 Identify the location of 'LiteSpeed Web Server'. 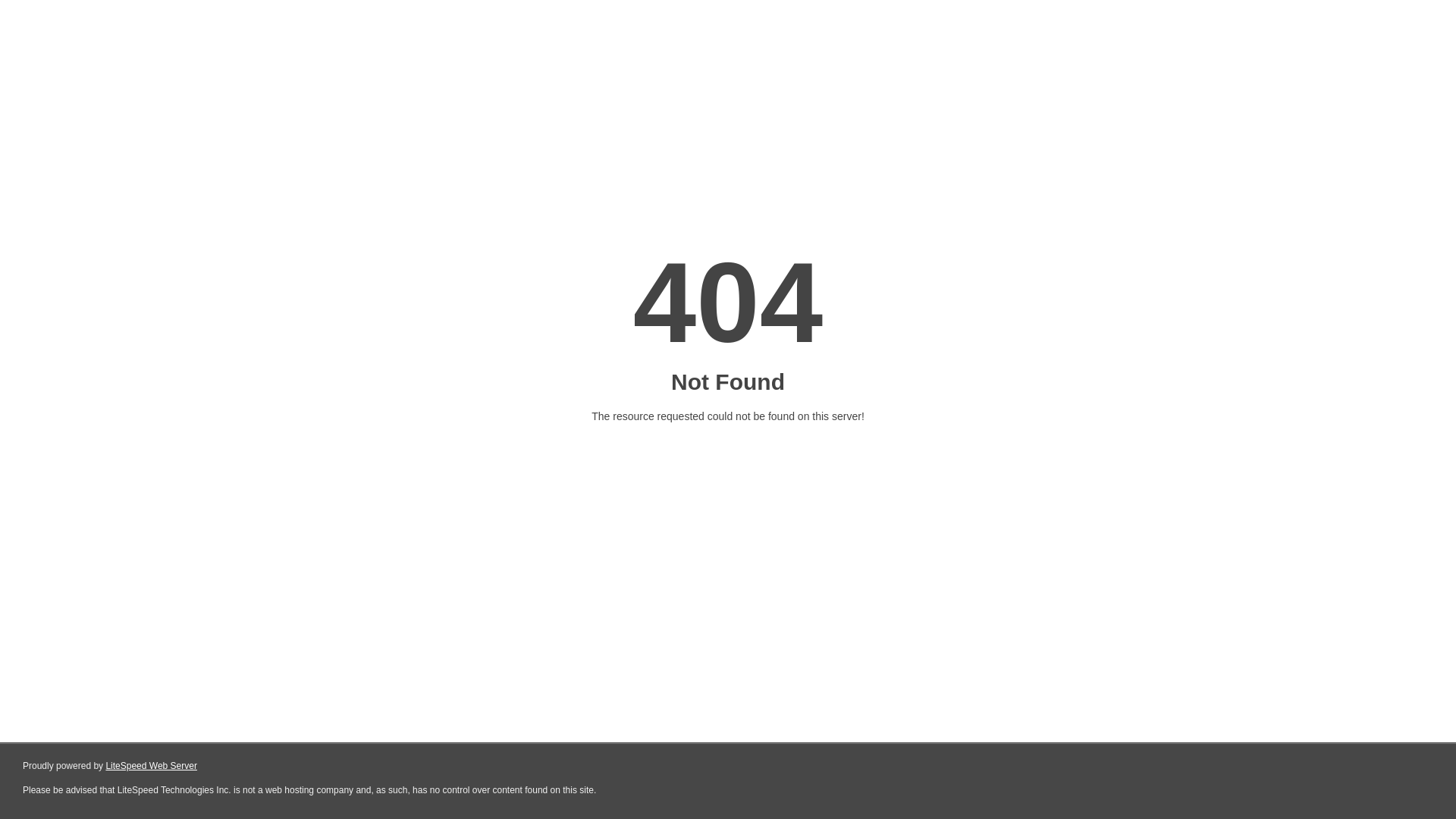
(151, 766).